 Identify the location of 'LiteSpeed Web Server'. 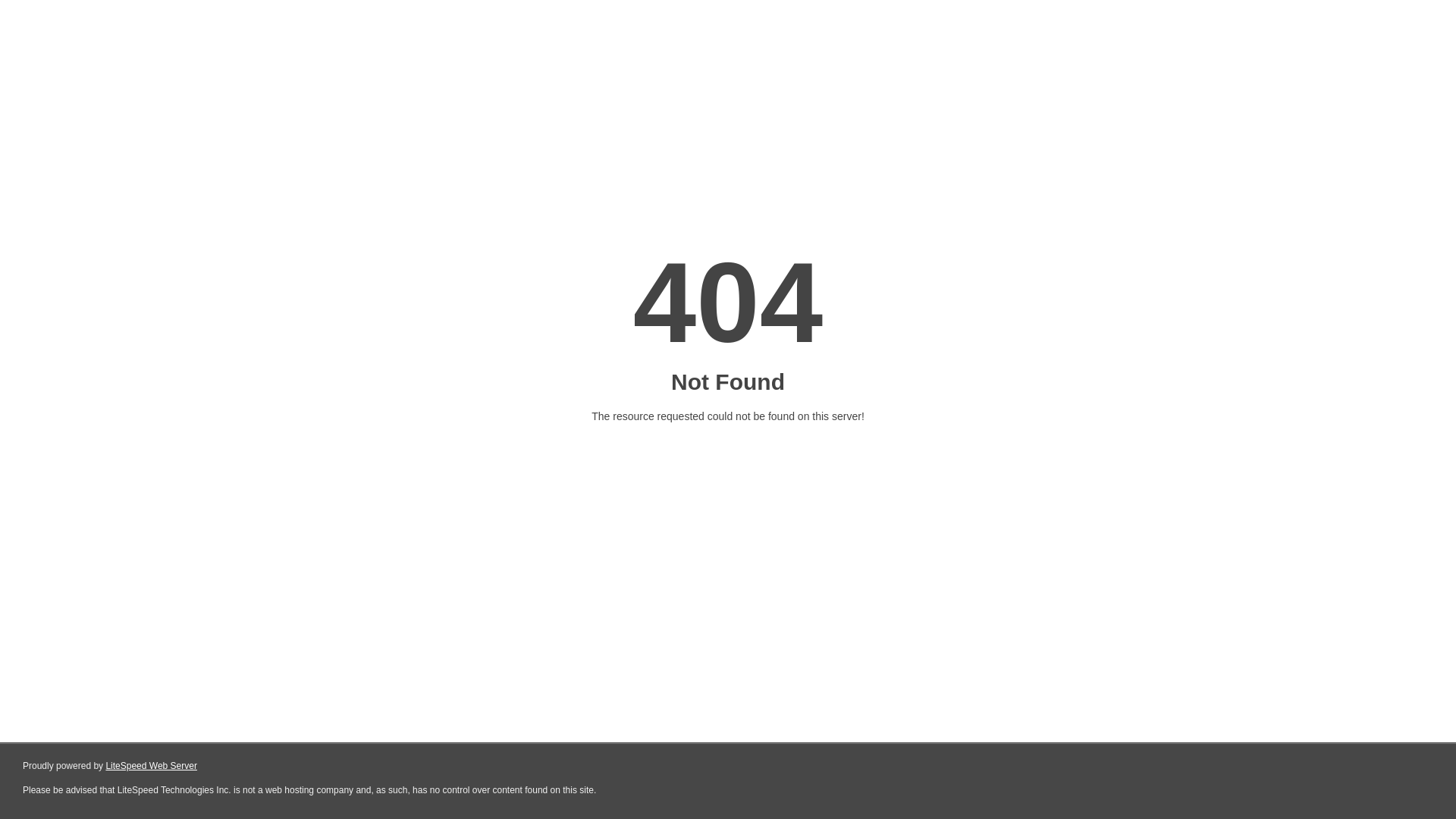
(151, 766).